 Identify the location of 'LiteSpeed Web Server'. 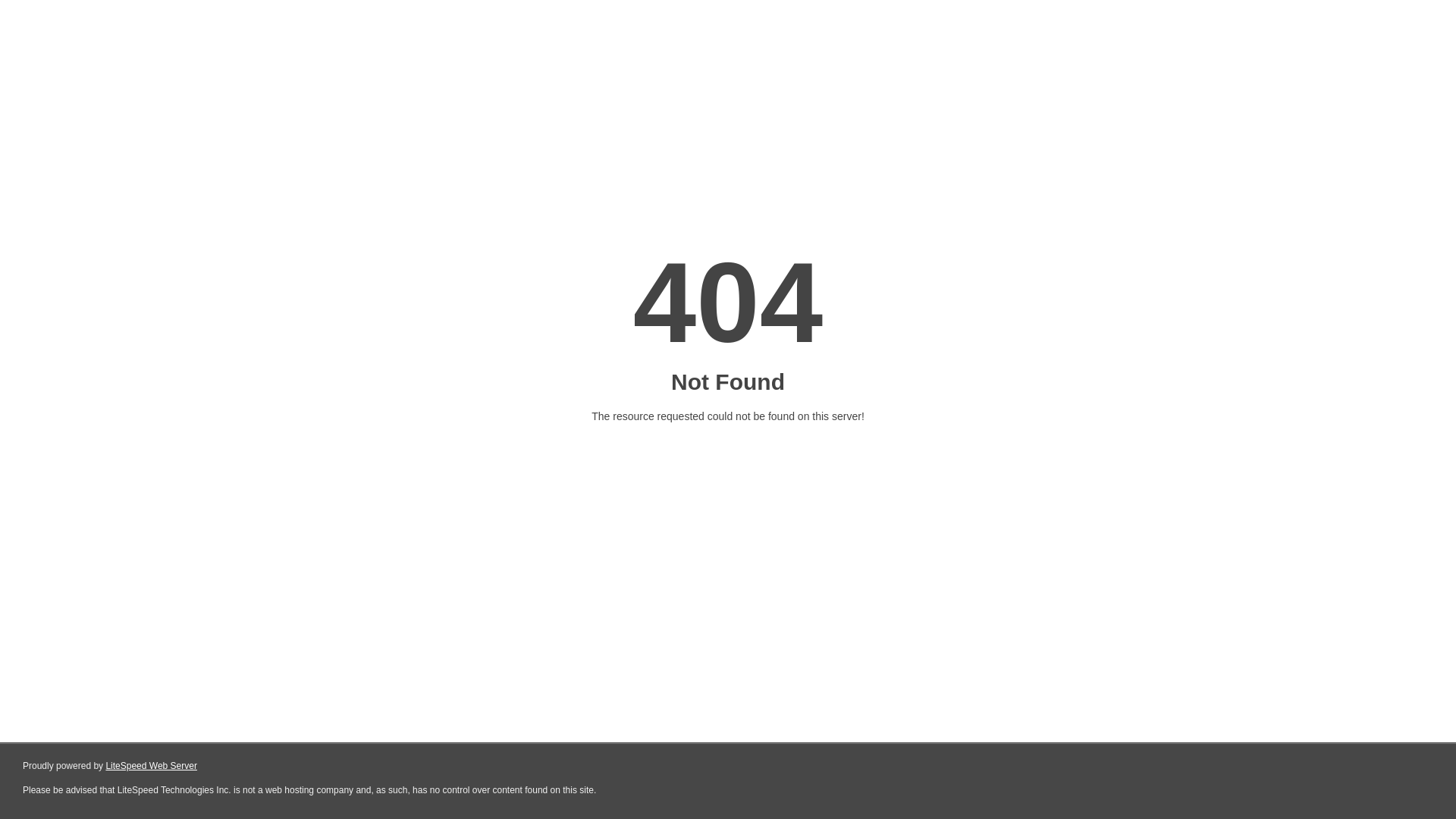
(151, 766).